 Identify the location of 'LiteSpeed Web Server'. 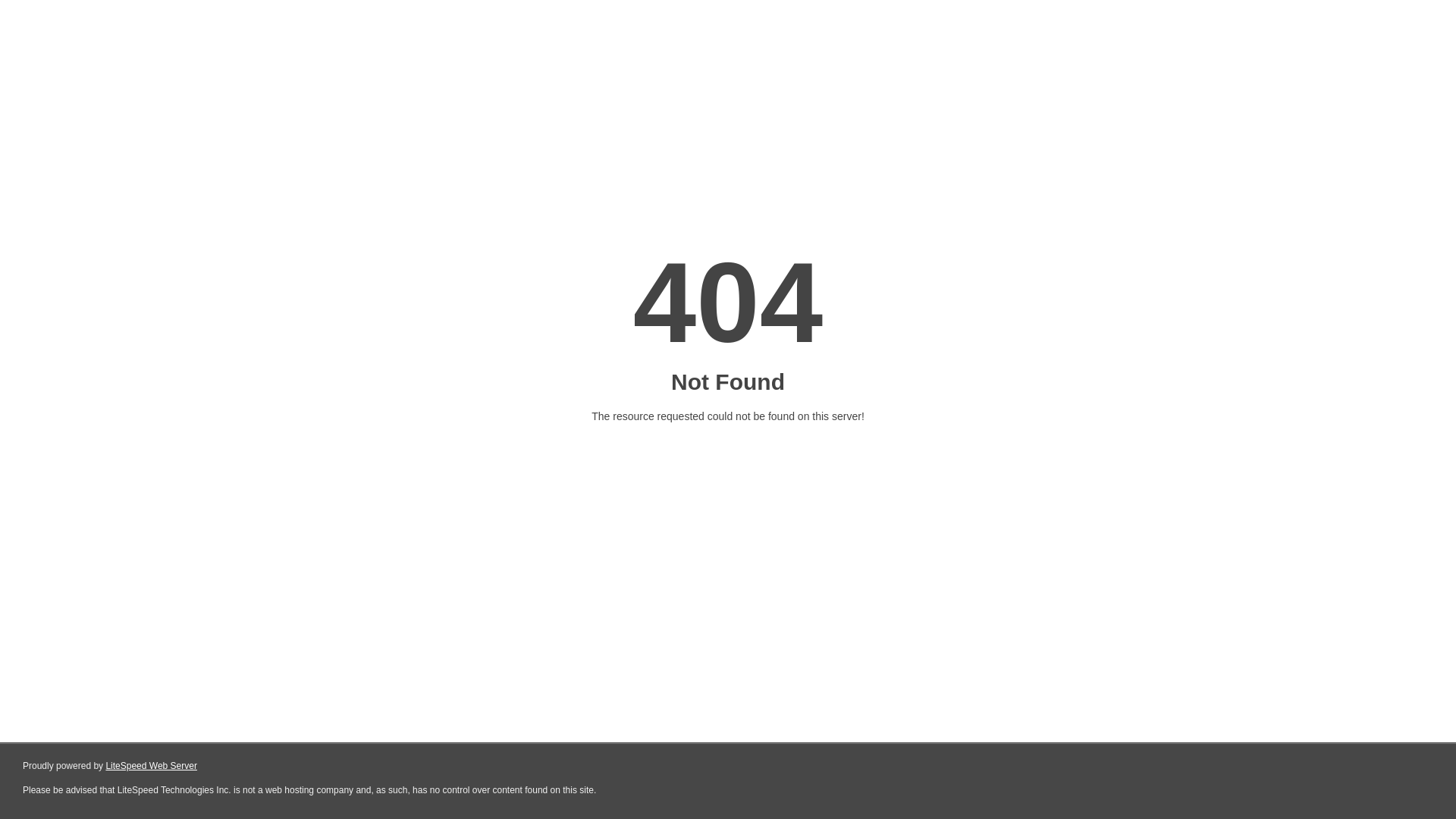
(151, 766).